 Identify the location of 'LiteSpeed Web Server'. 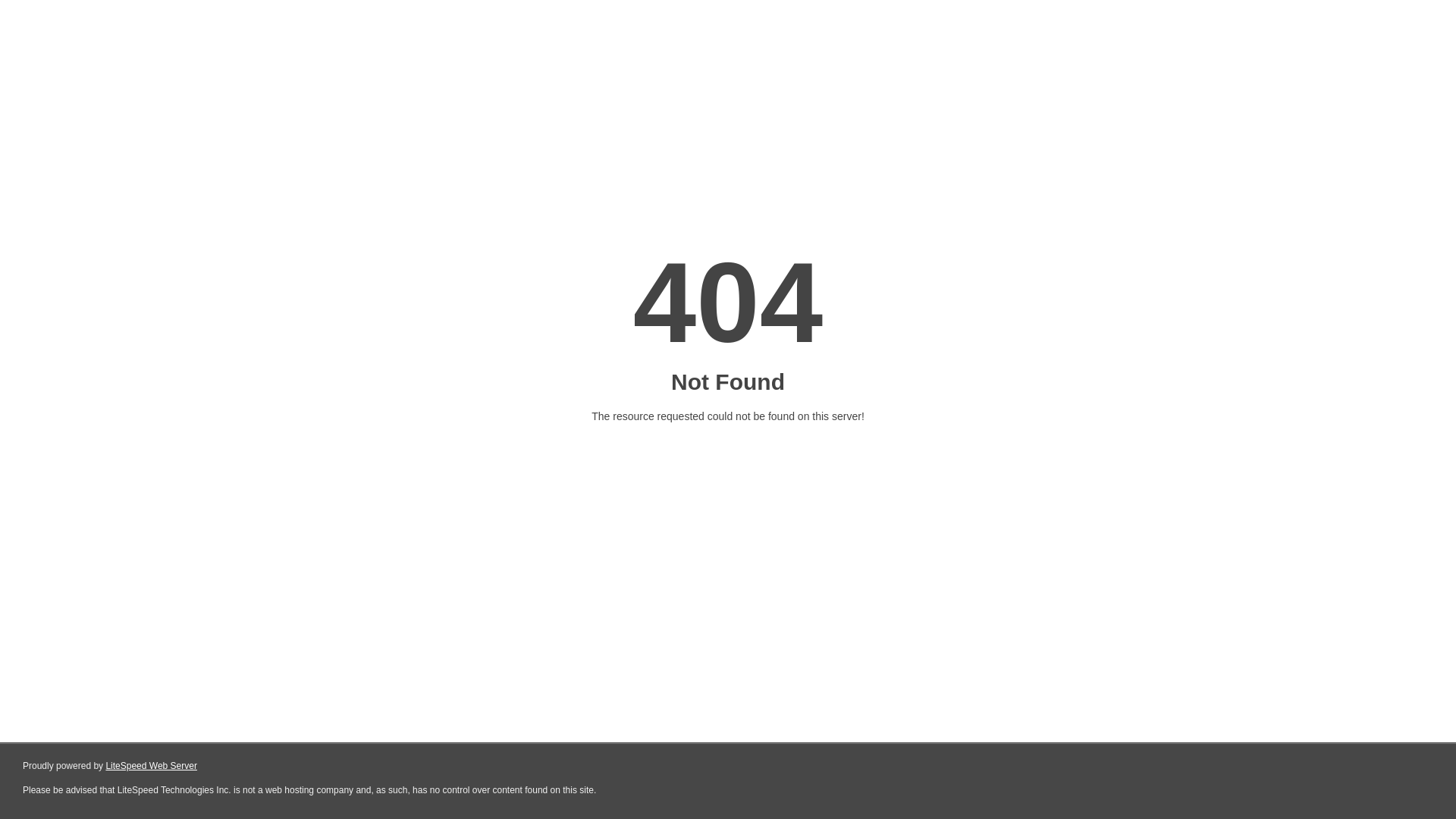
(151, 766).